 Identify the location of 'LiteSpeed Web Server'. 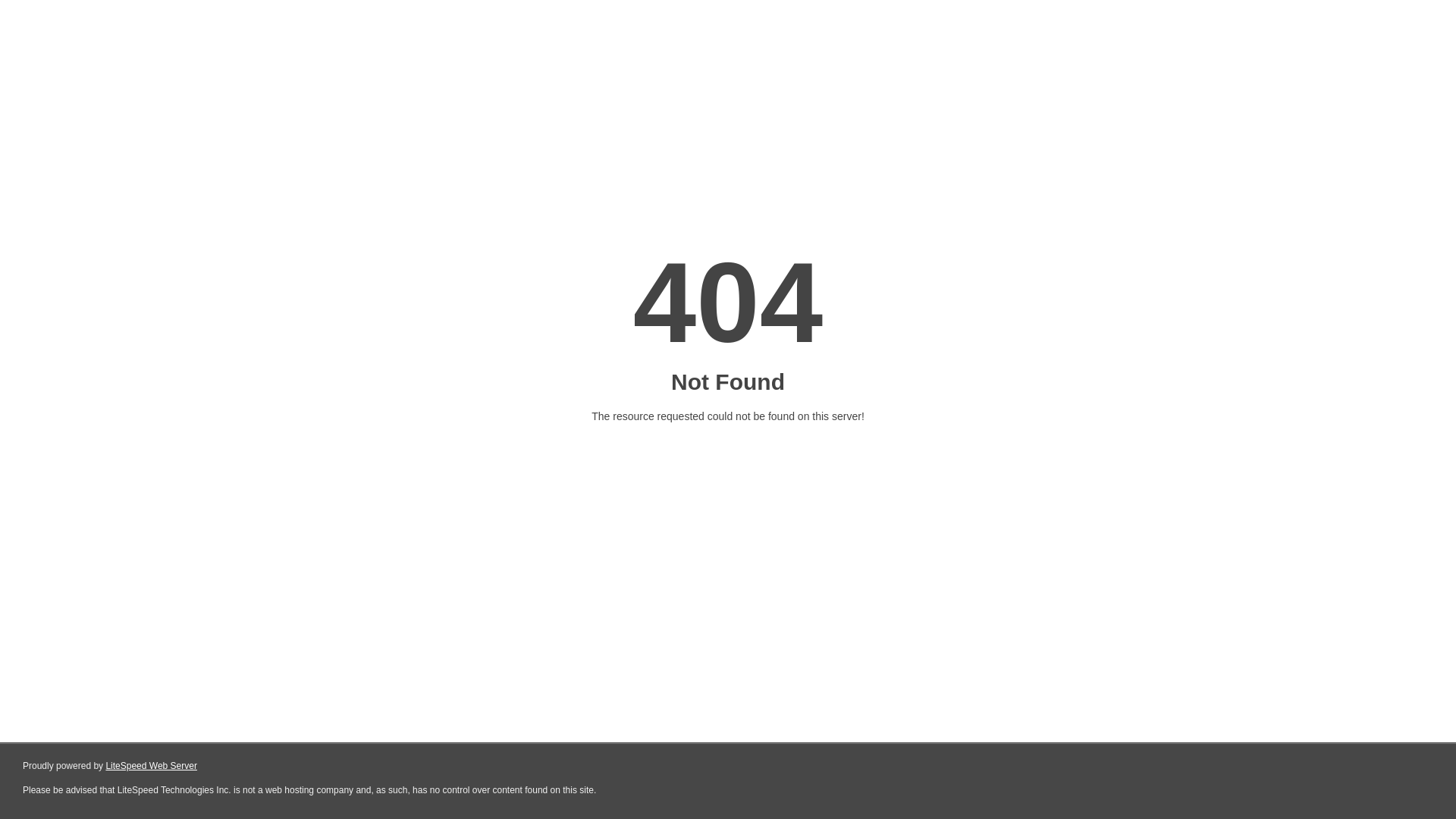
(151, 766).